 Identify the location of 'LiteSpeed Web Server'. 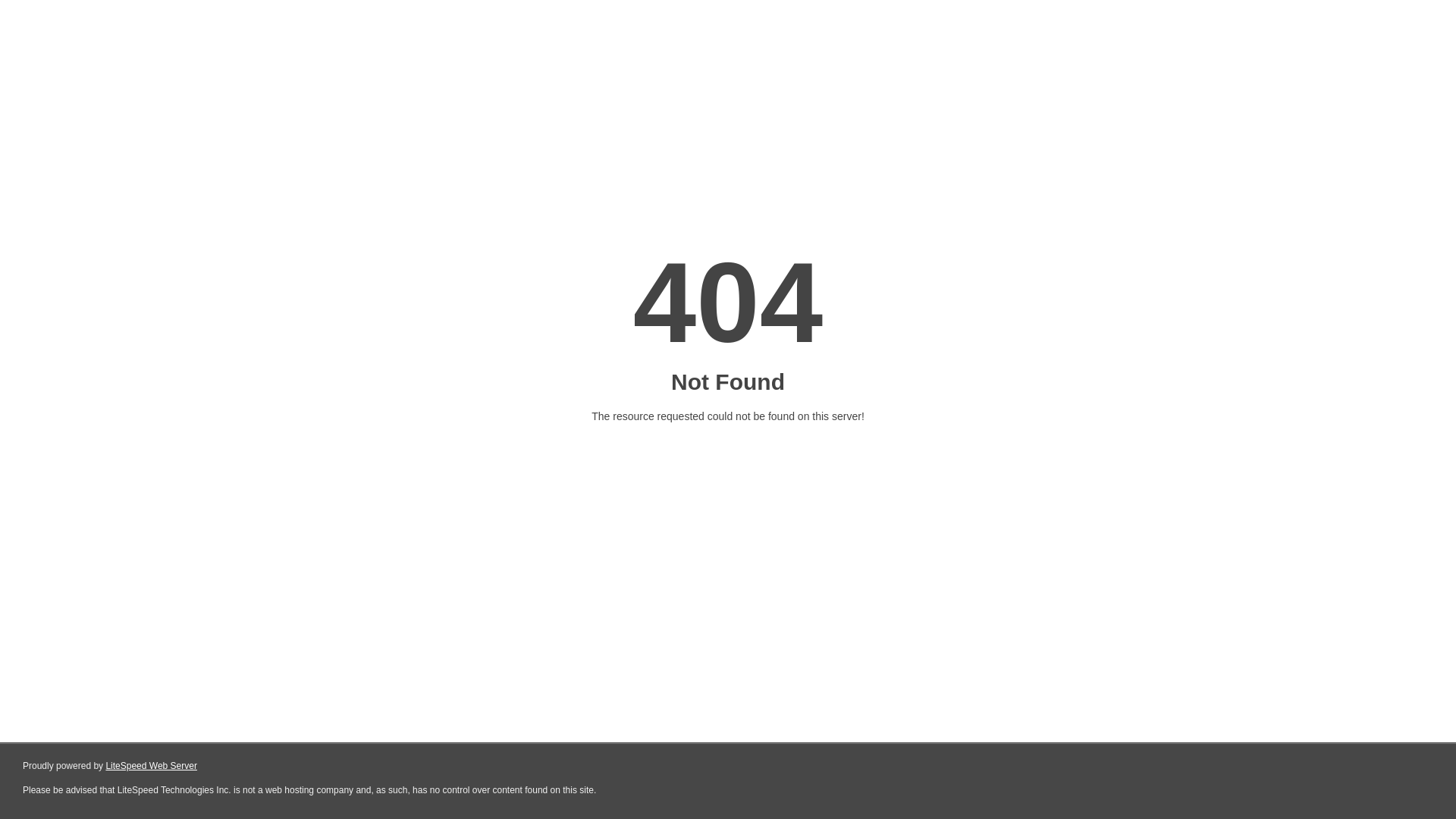
(151, 766).